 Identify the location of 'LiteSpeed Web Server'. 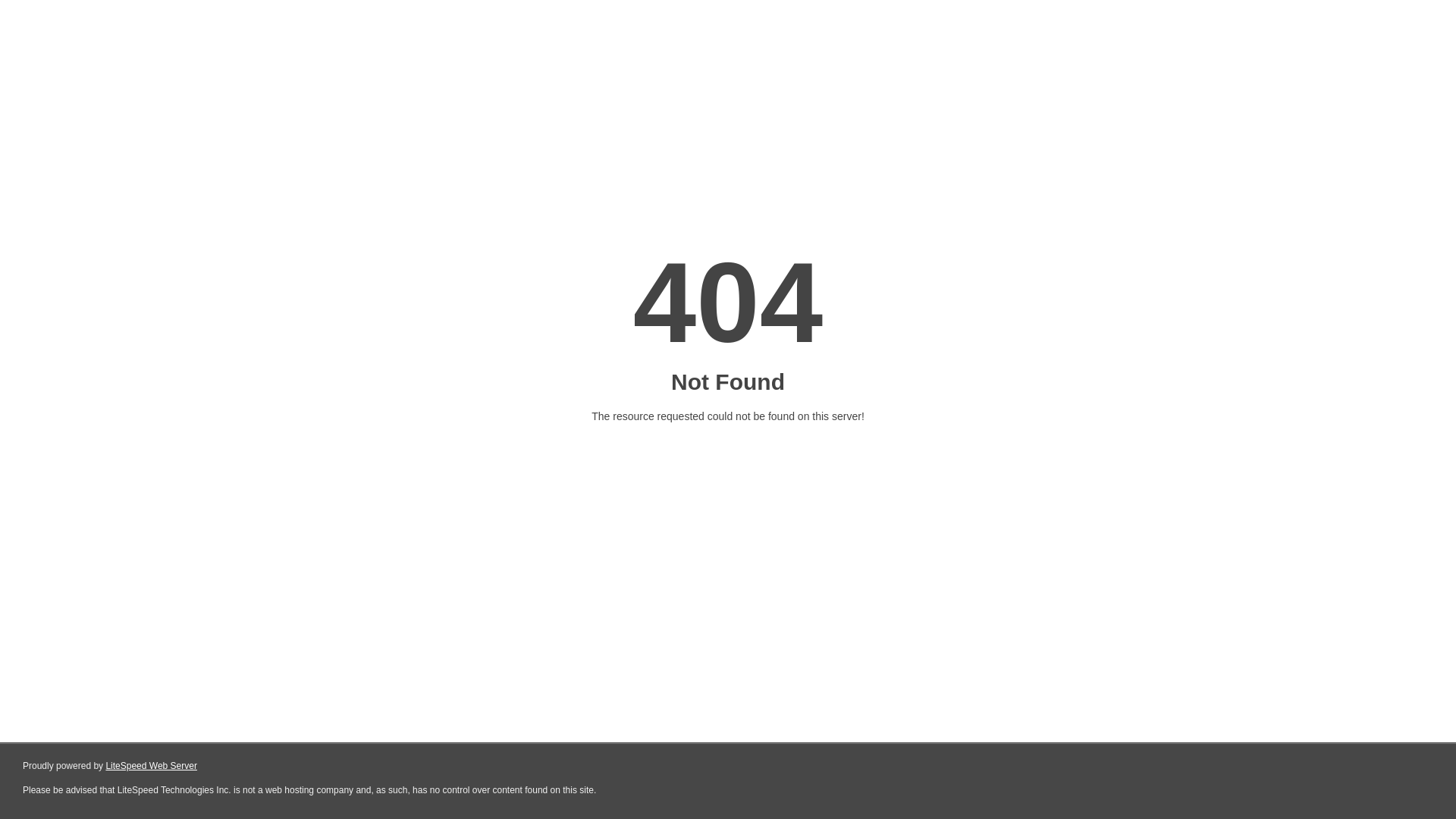
(151, 766).